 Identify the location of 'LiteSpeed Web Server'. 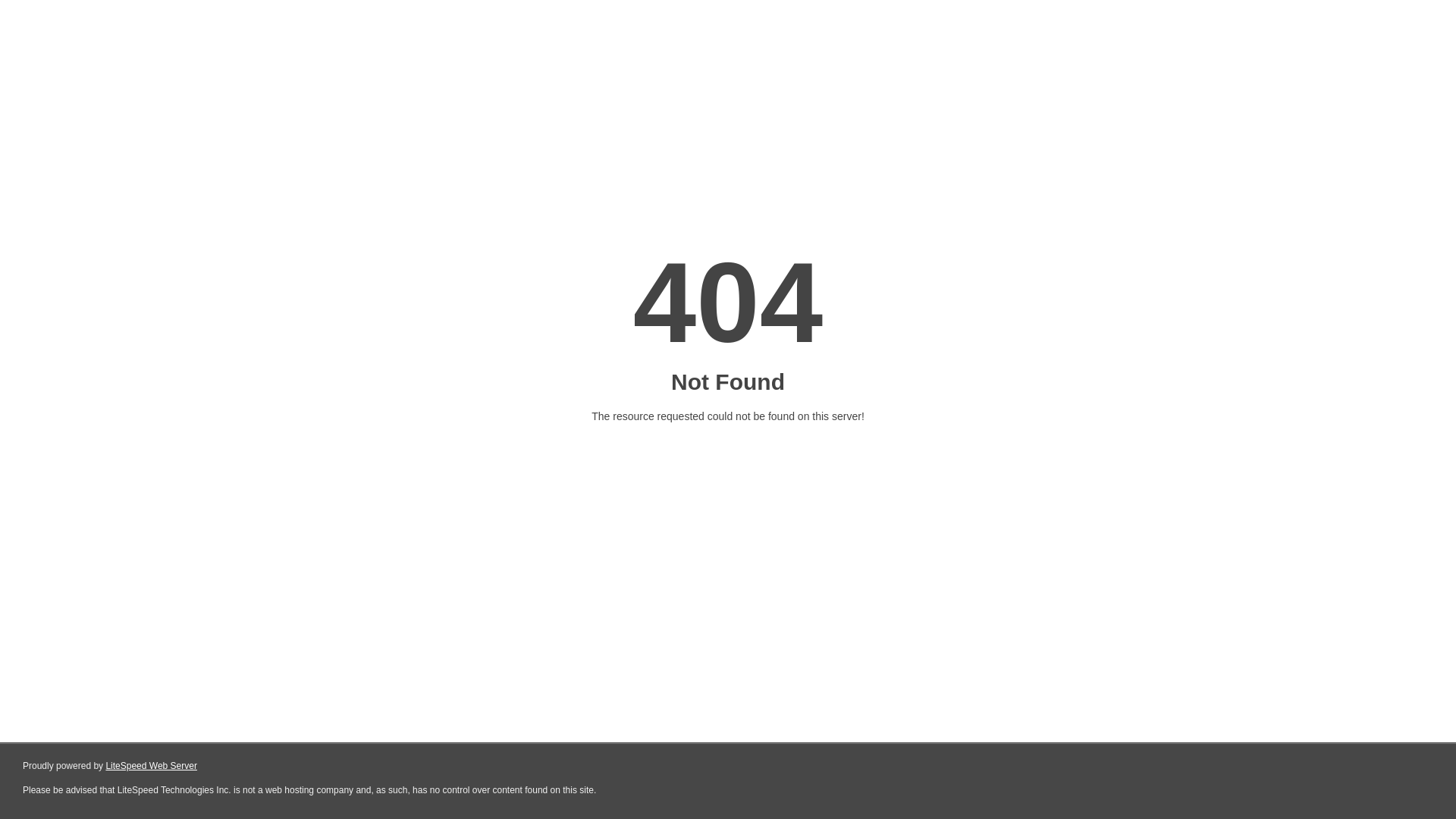
(151, 766).